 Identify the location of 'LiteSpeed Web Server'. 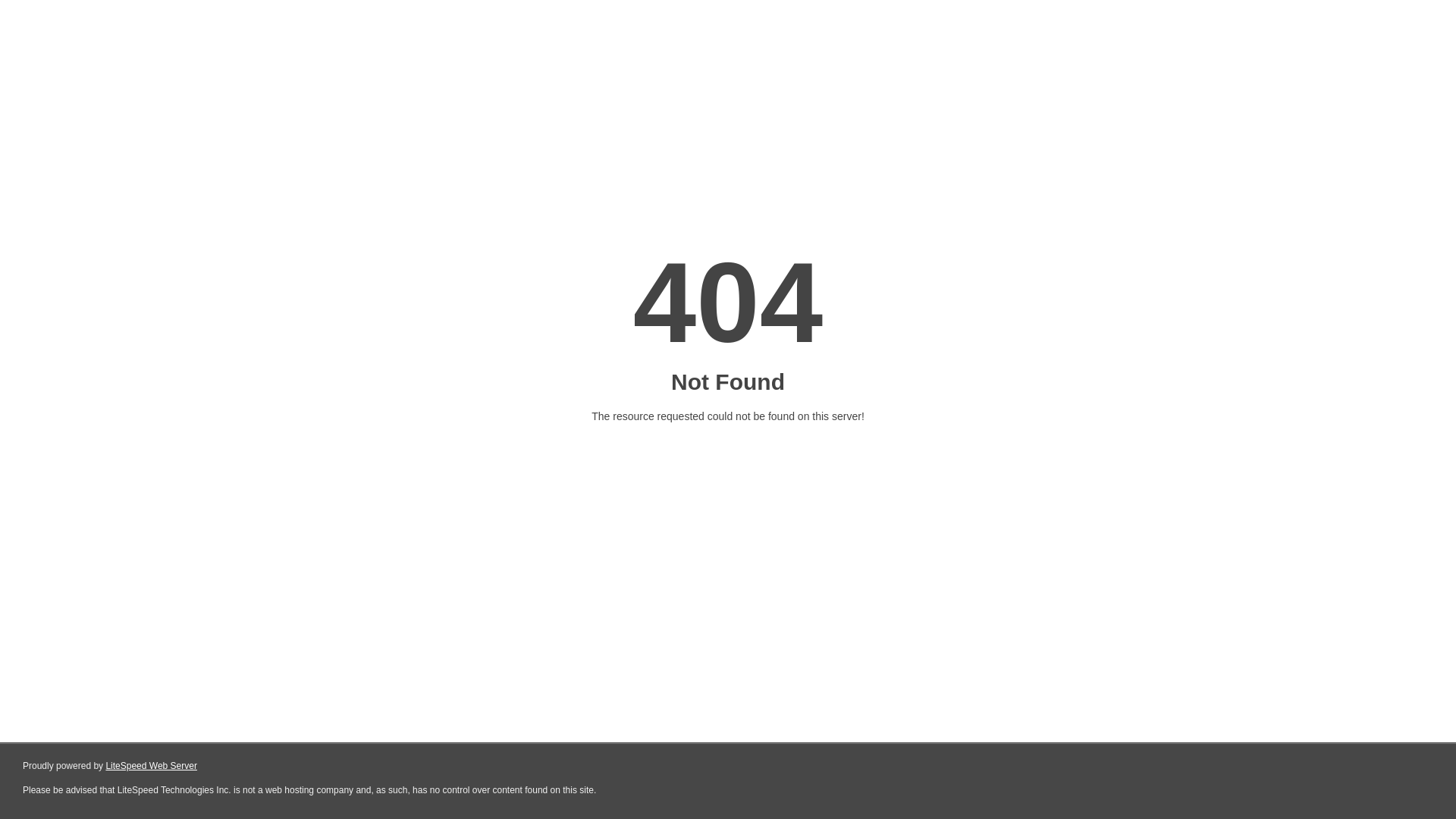
(151, 766).